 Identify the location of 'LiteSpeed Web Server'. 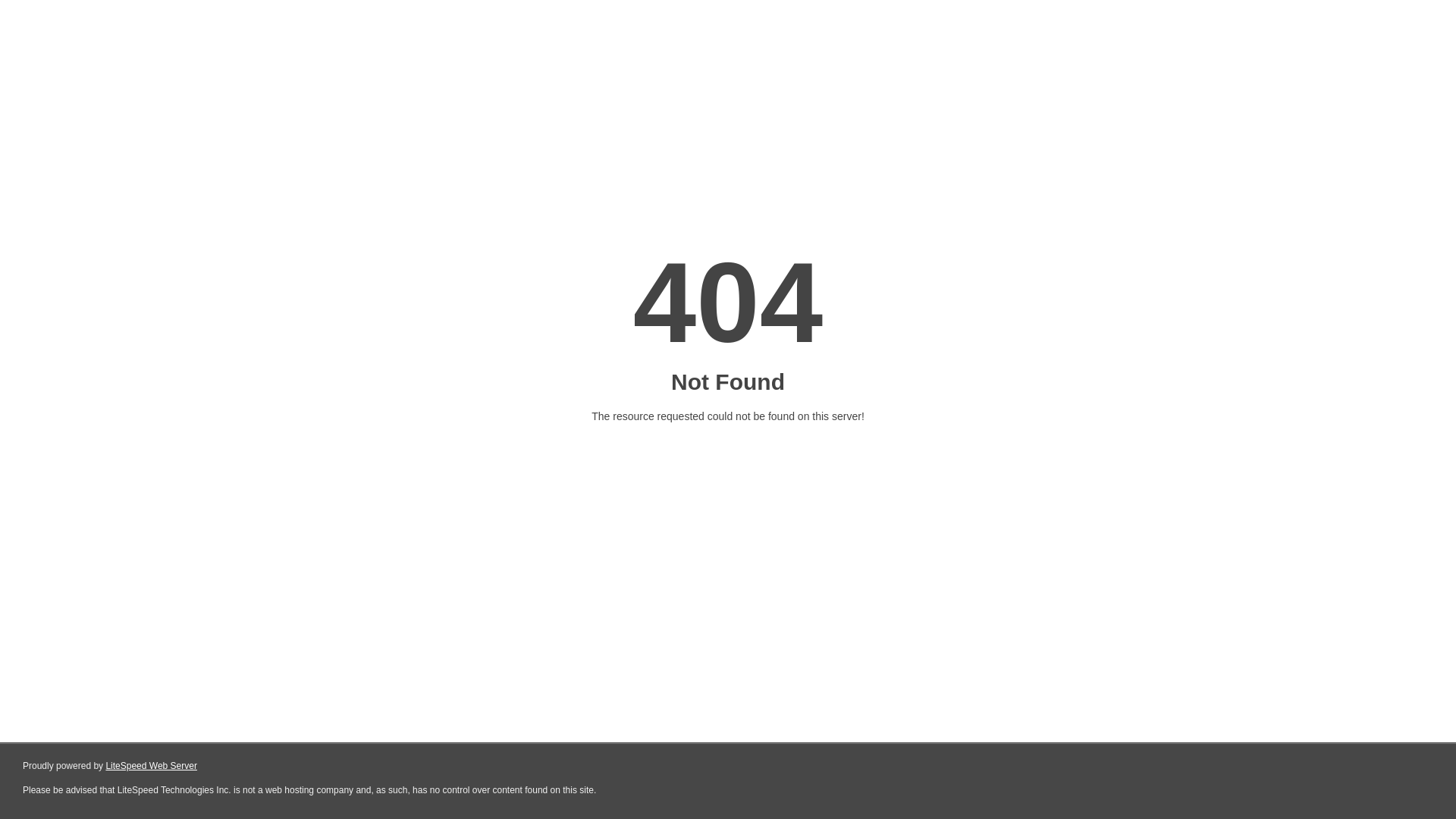
(151, 766).